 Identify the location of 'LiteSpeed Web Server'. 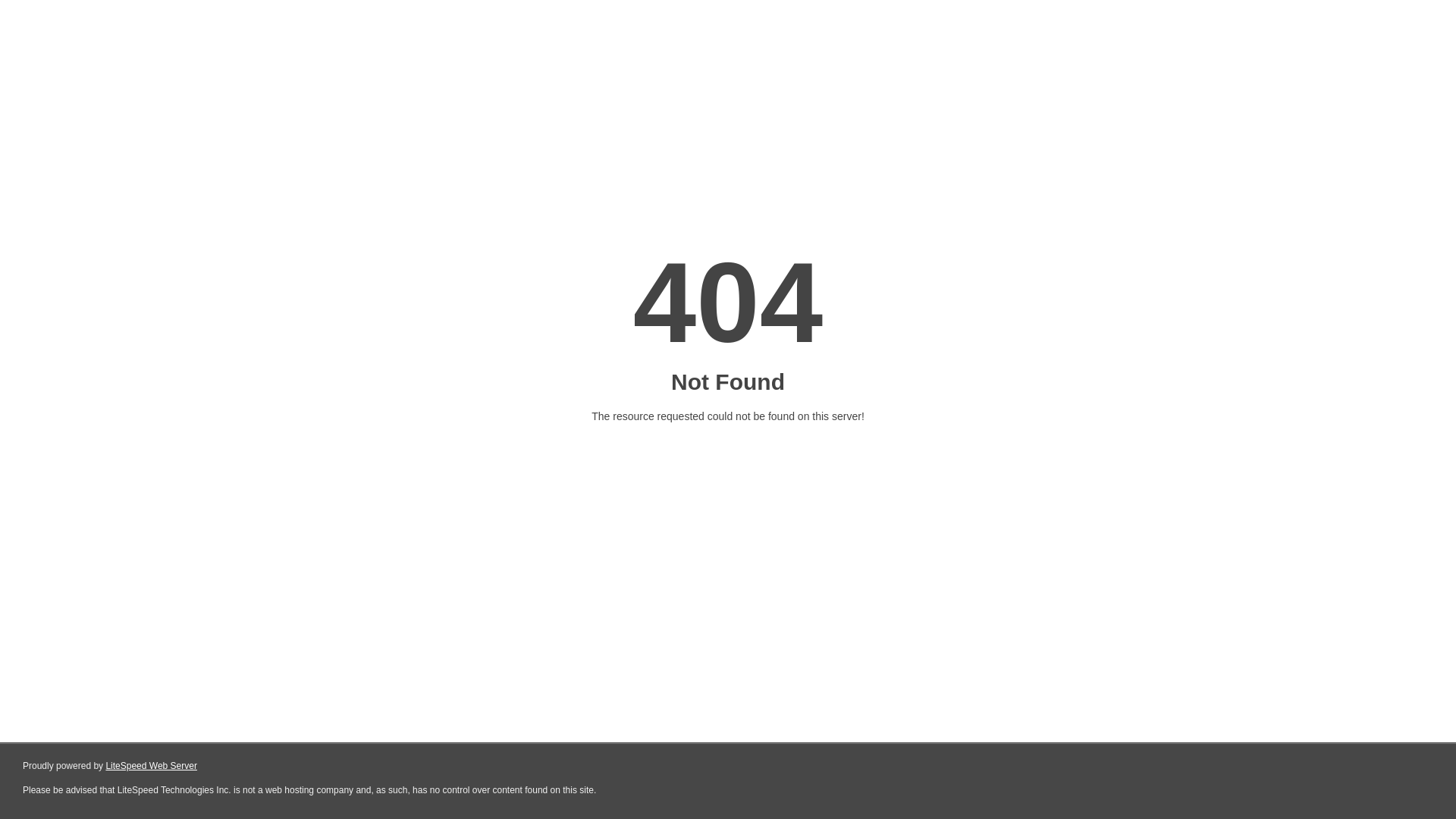
(151, 766).